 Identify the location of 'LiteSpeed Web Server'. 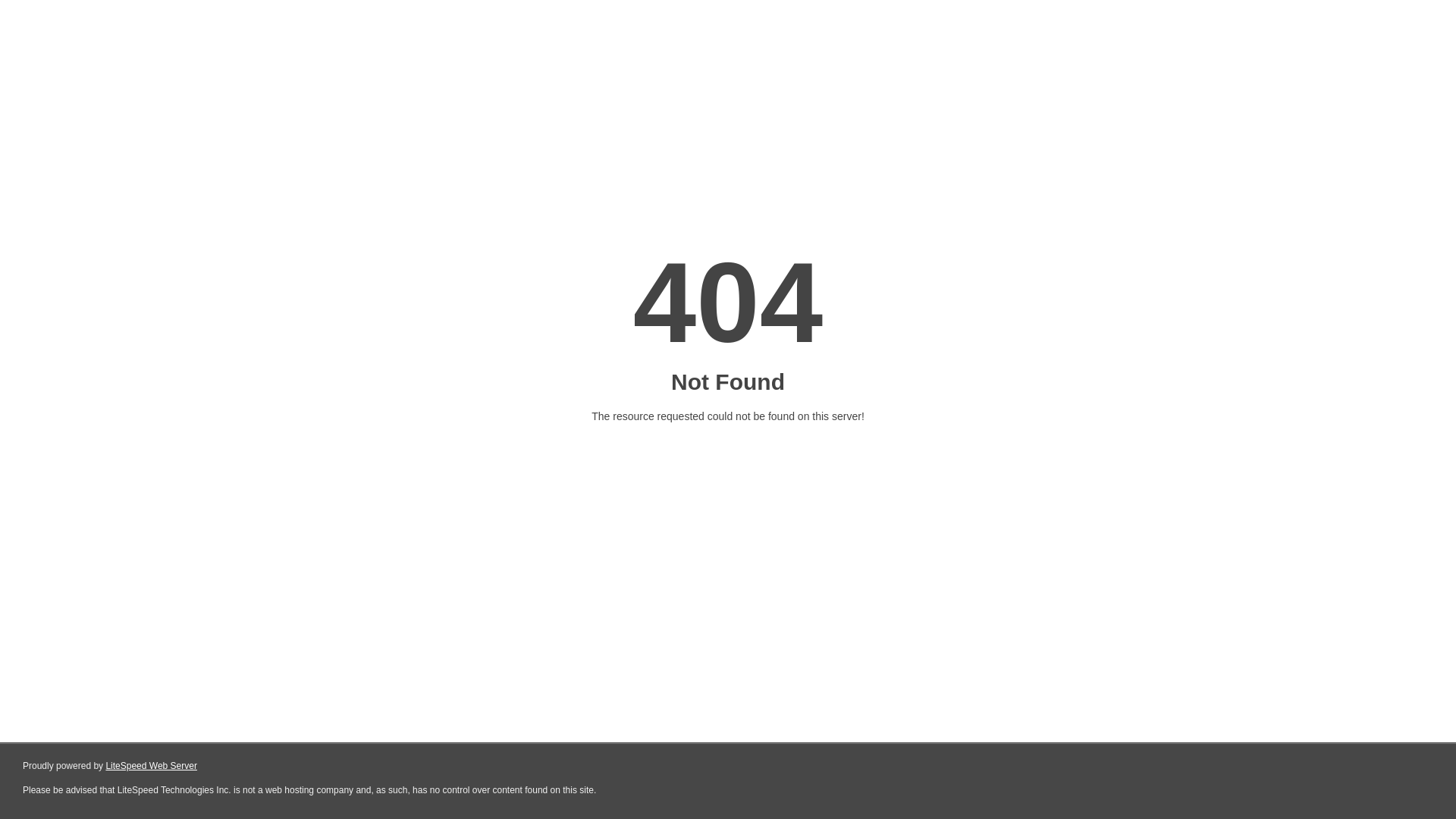
(151, 766).